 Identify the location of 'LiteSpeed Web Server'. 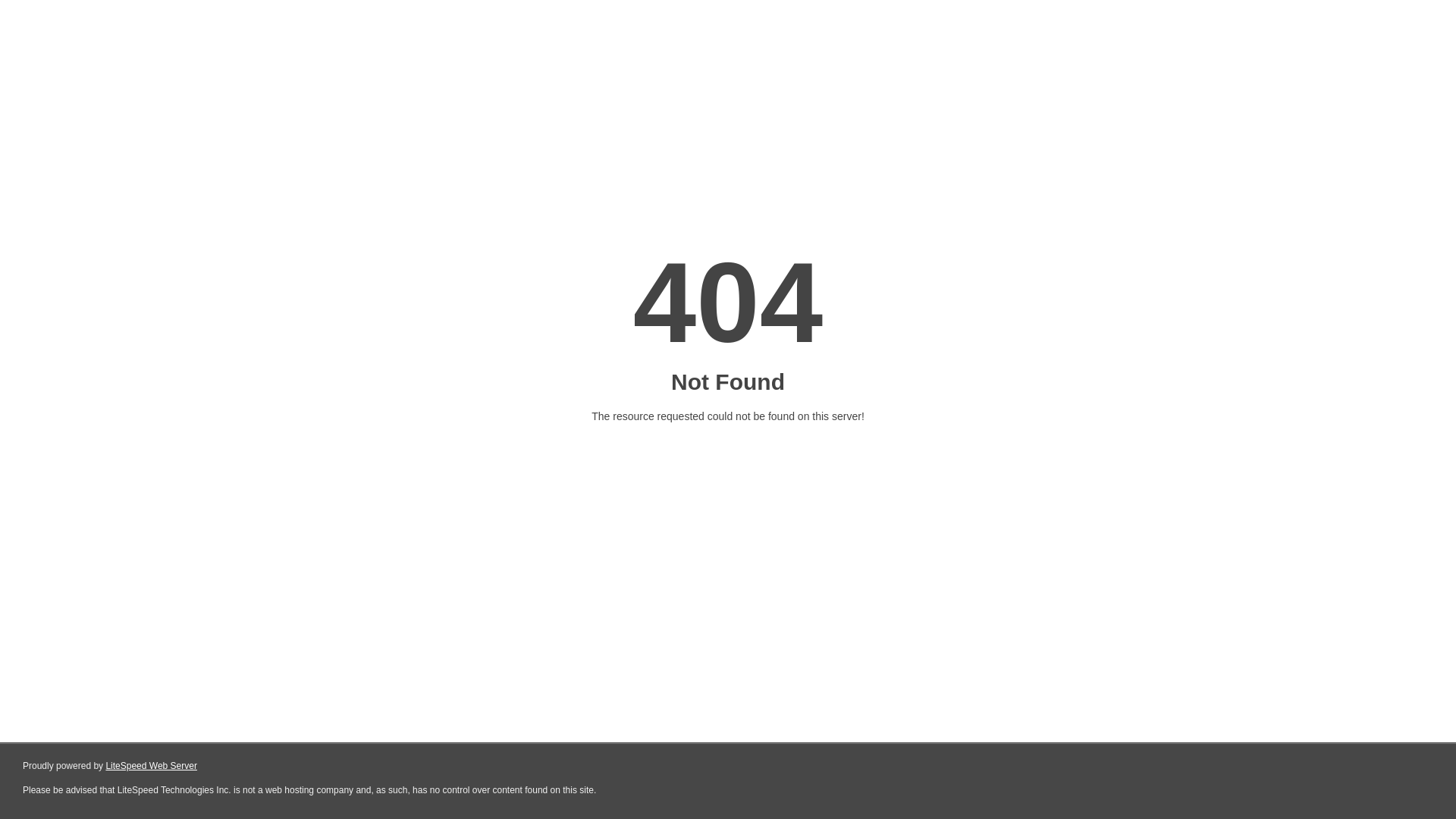
(151, 766).